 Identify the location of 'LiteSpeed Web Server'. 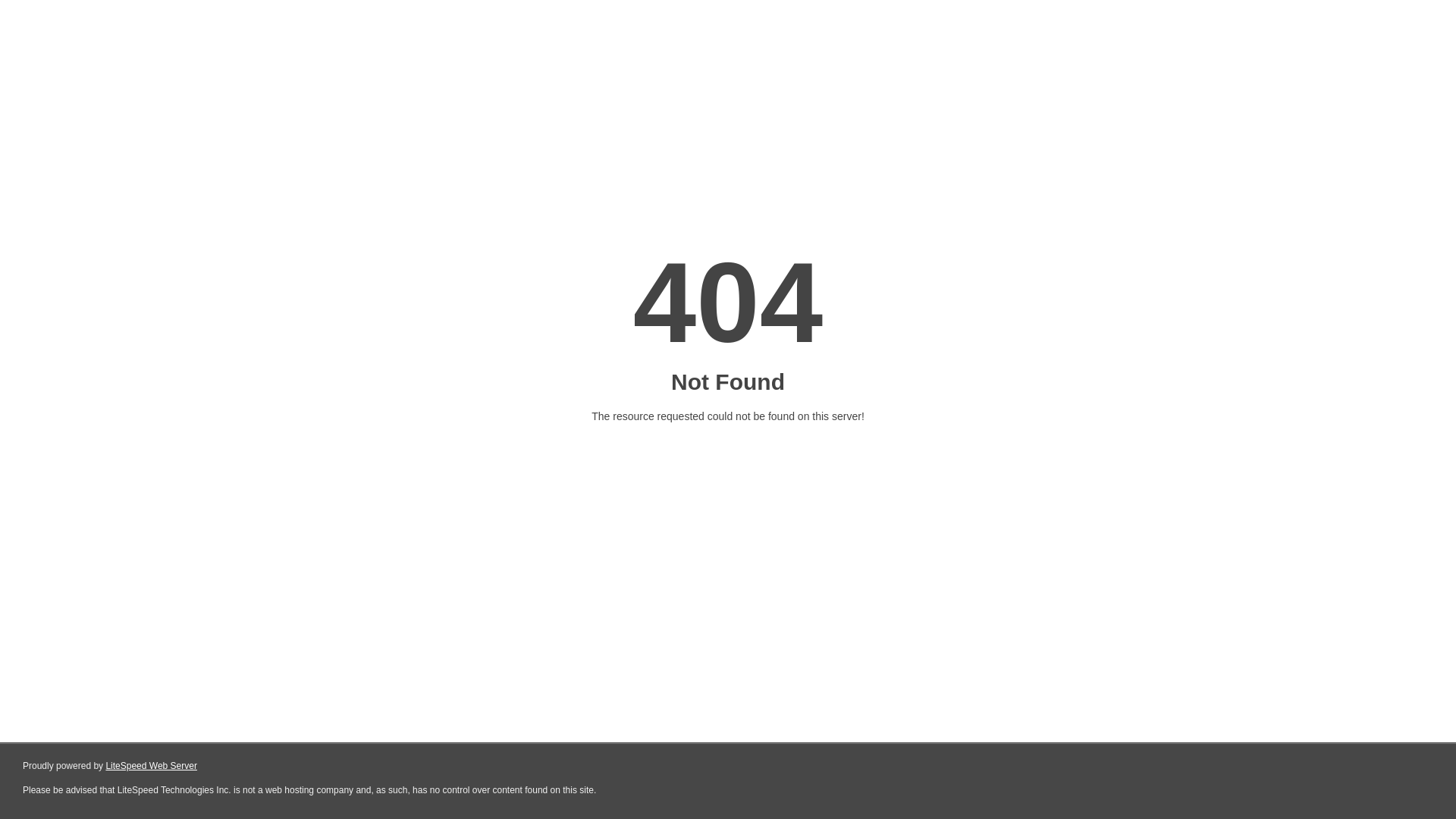
(151, 766).